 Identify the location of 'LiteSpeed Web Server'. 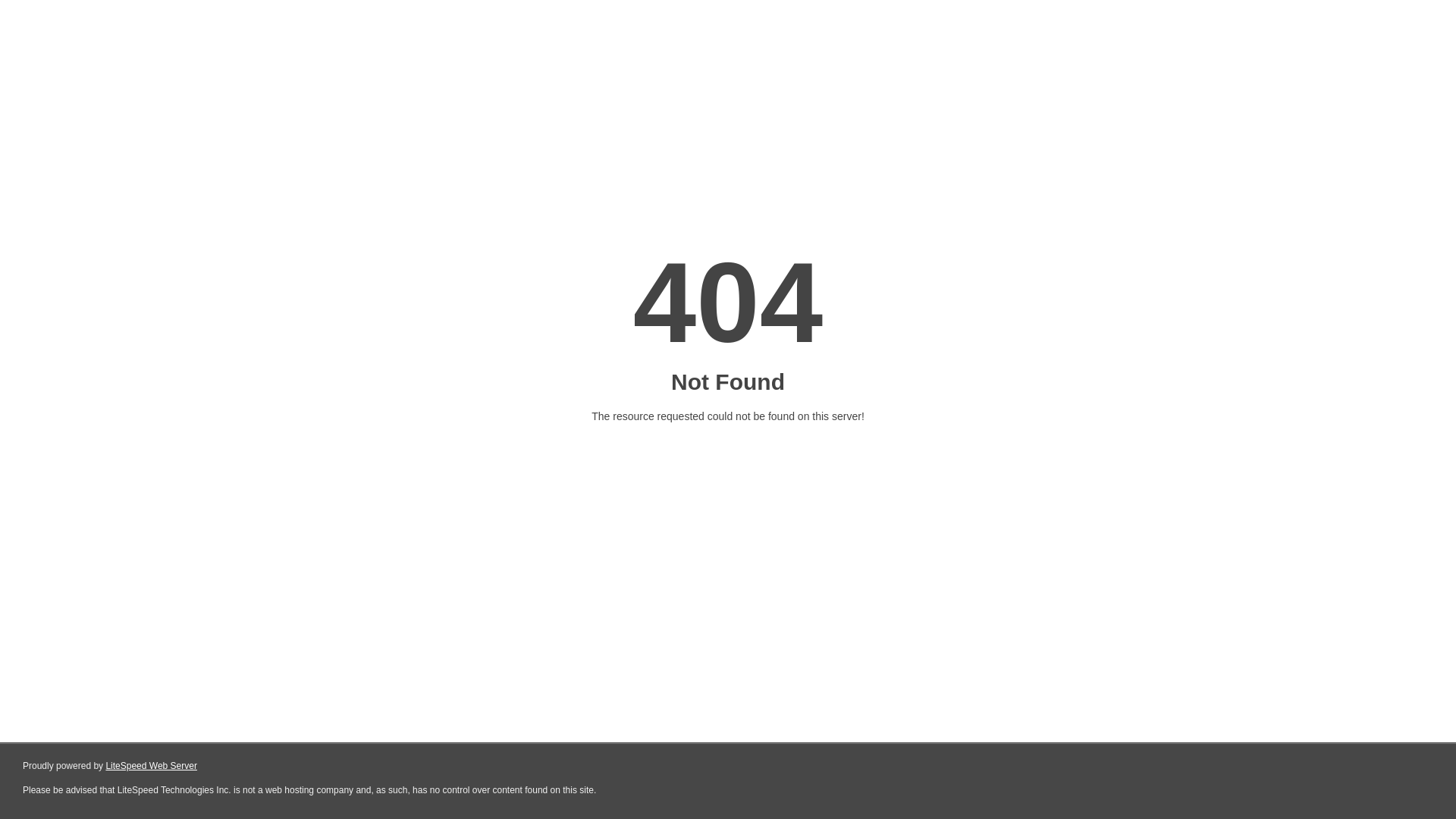
(151, 766).